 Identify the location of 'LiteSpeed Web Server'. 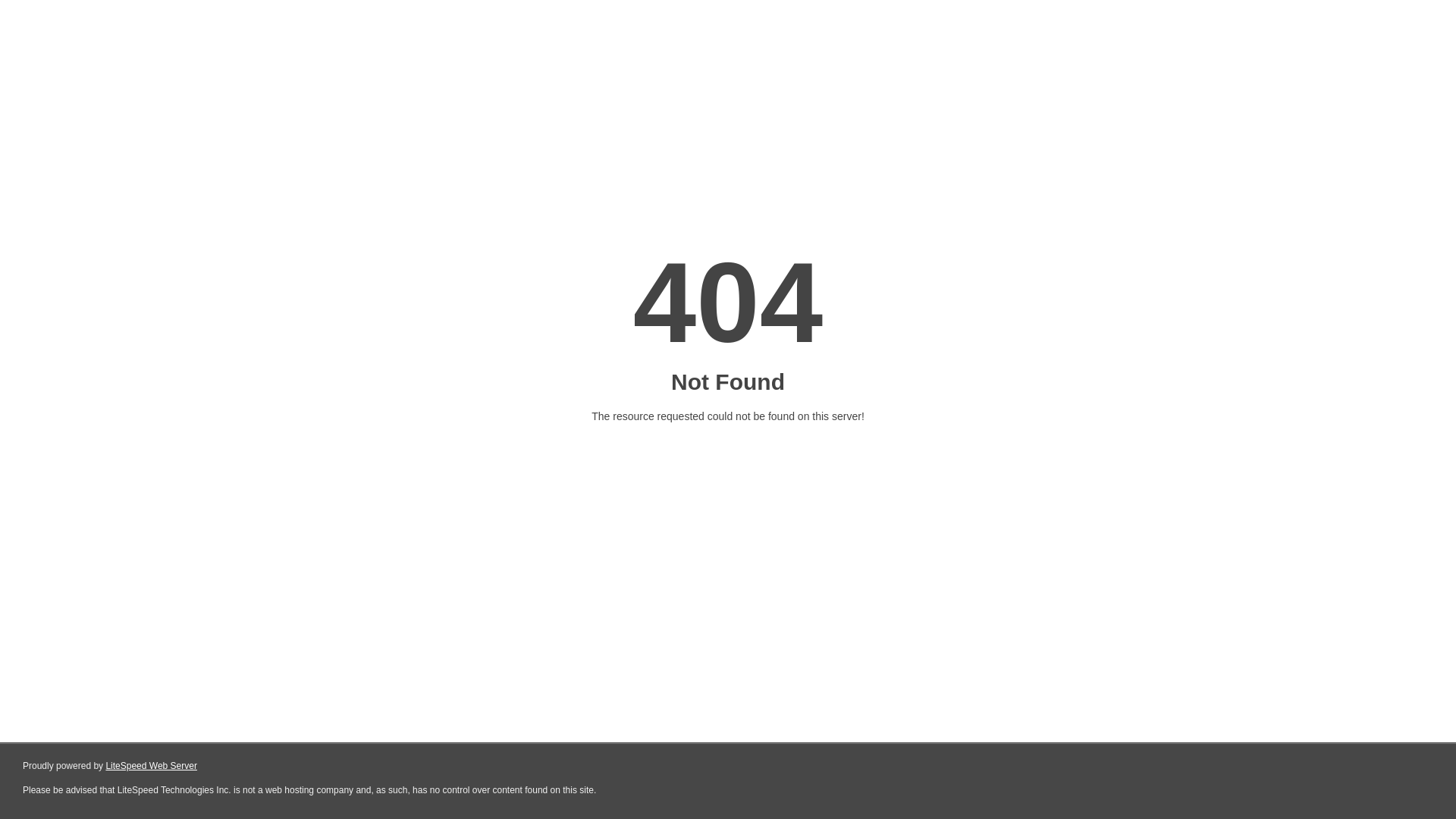
(151, 766).